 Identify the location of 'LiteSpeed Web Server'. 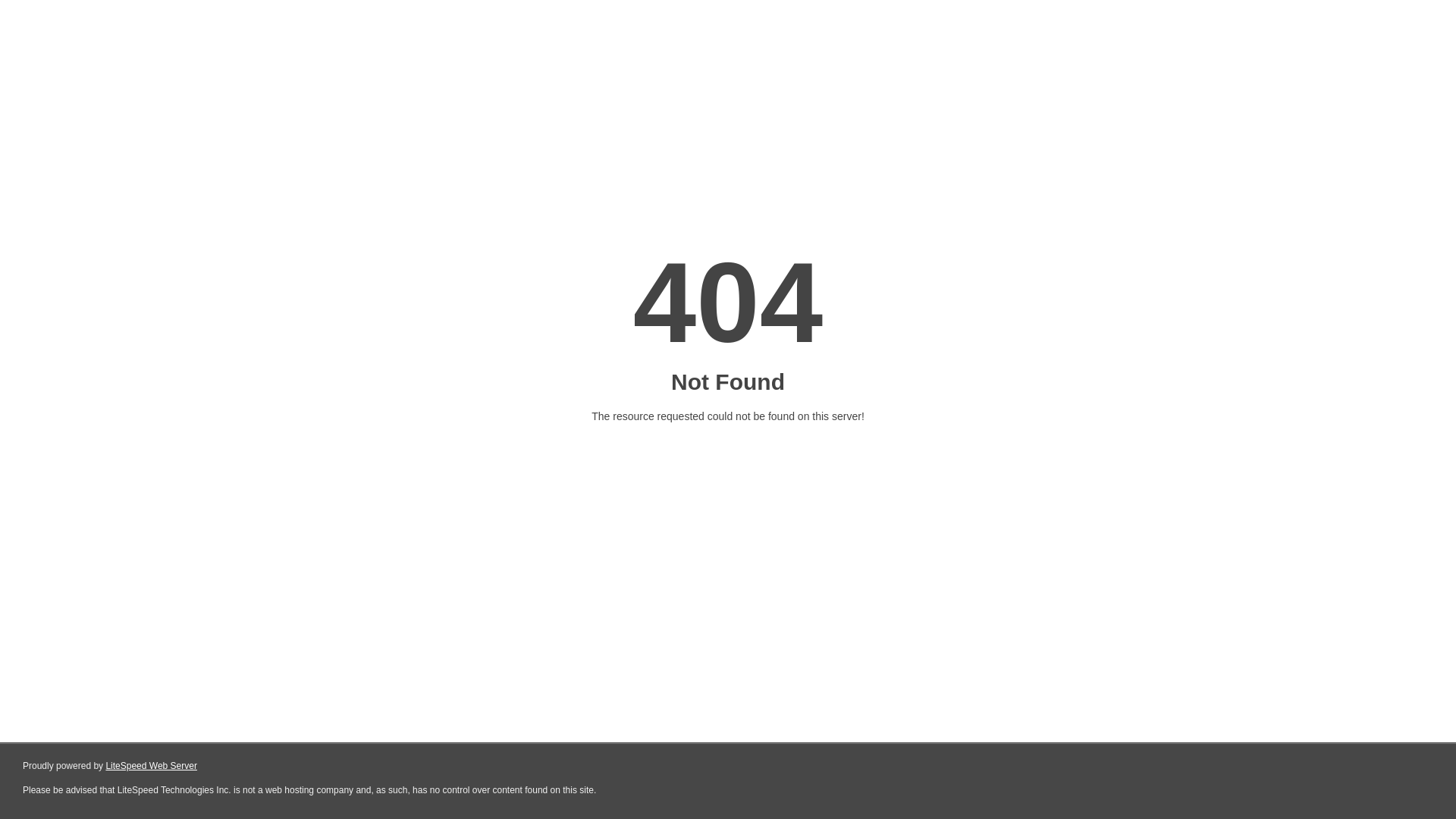
(151, 766).